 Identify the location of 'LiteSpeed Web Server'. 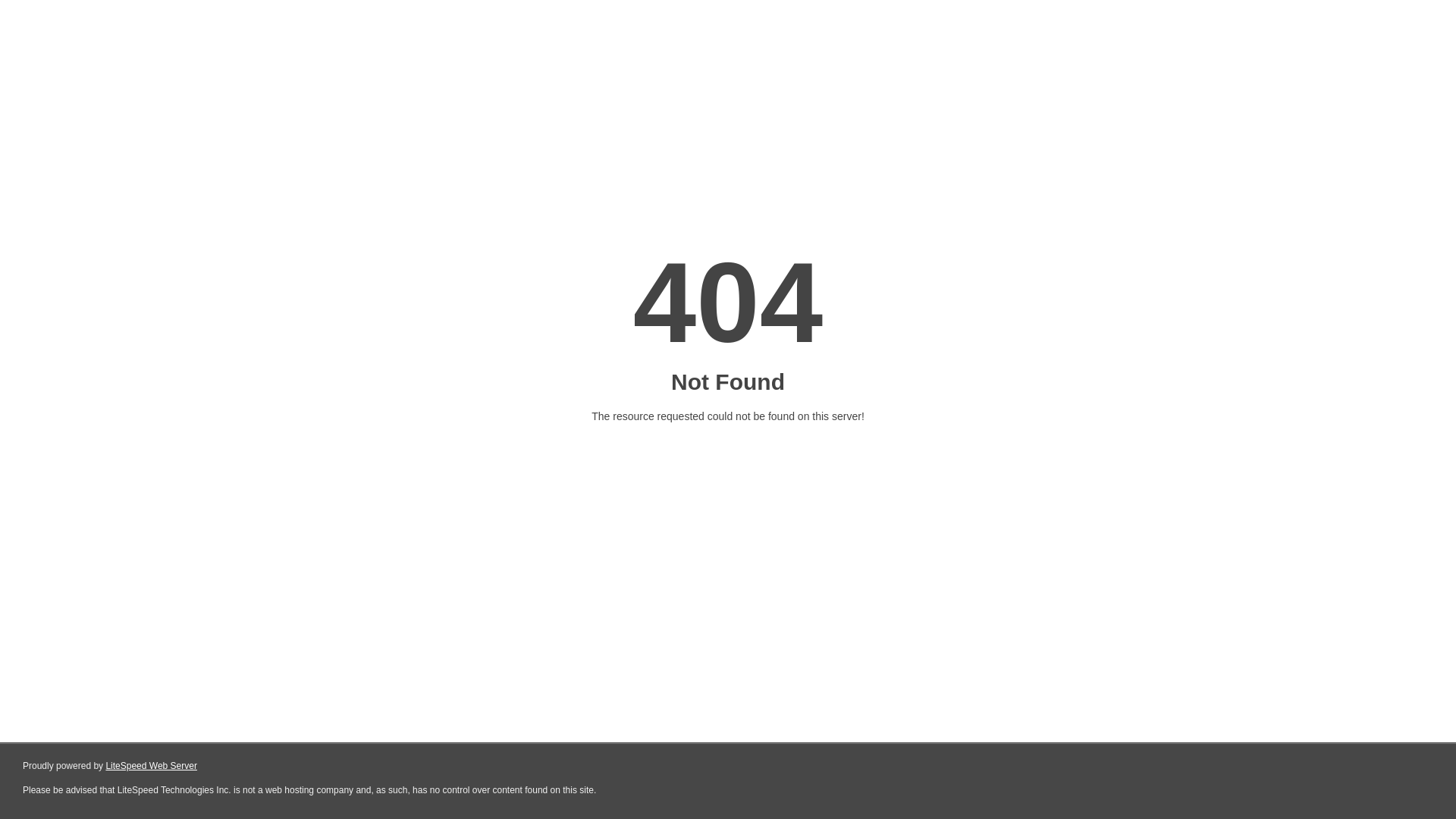
(151, 766).